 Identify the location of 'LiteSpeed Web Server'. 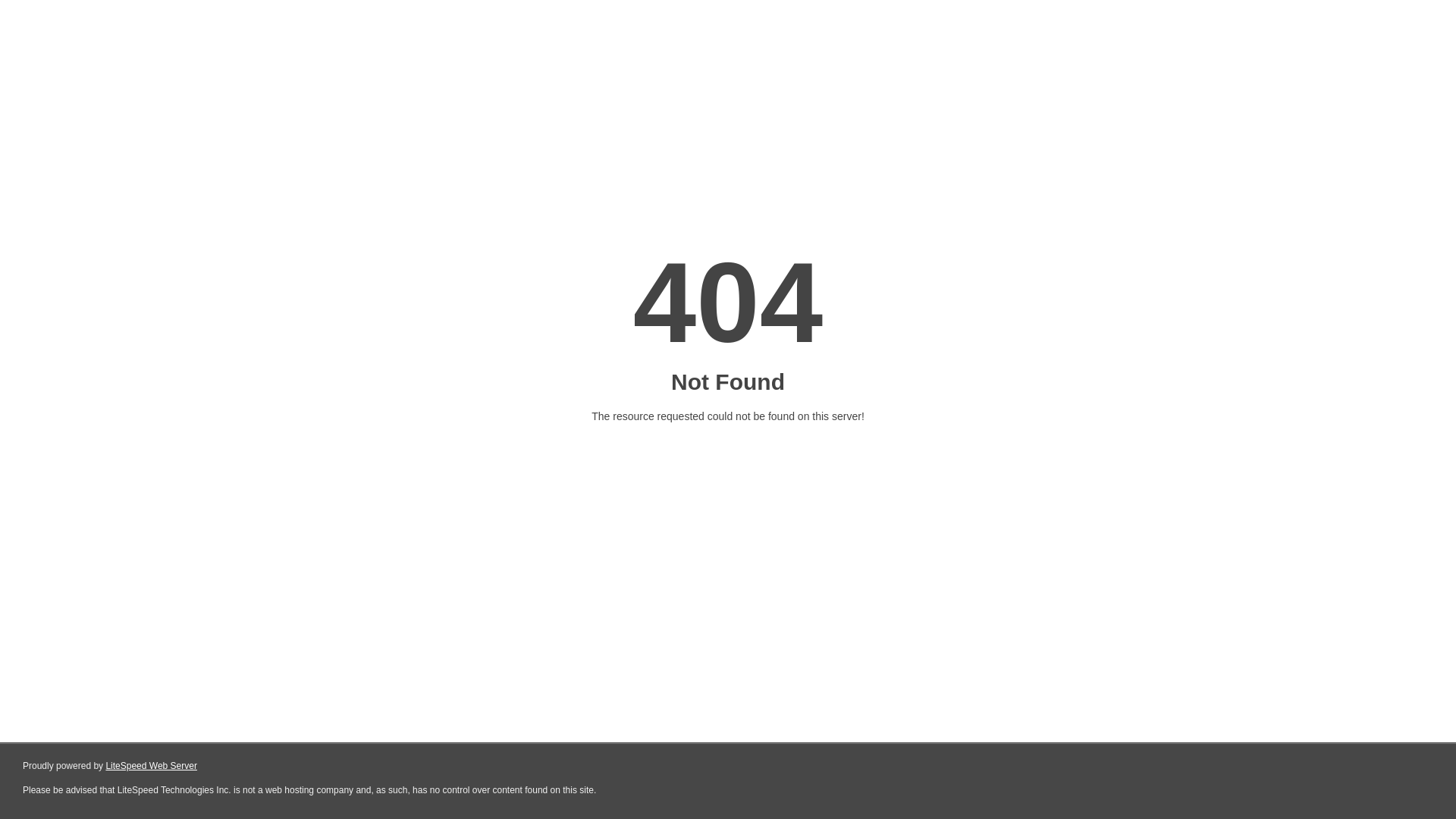
(151, 766).